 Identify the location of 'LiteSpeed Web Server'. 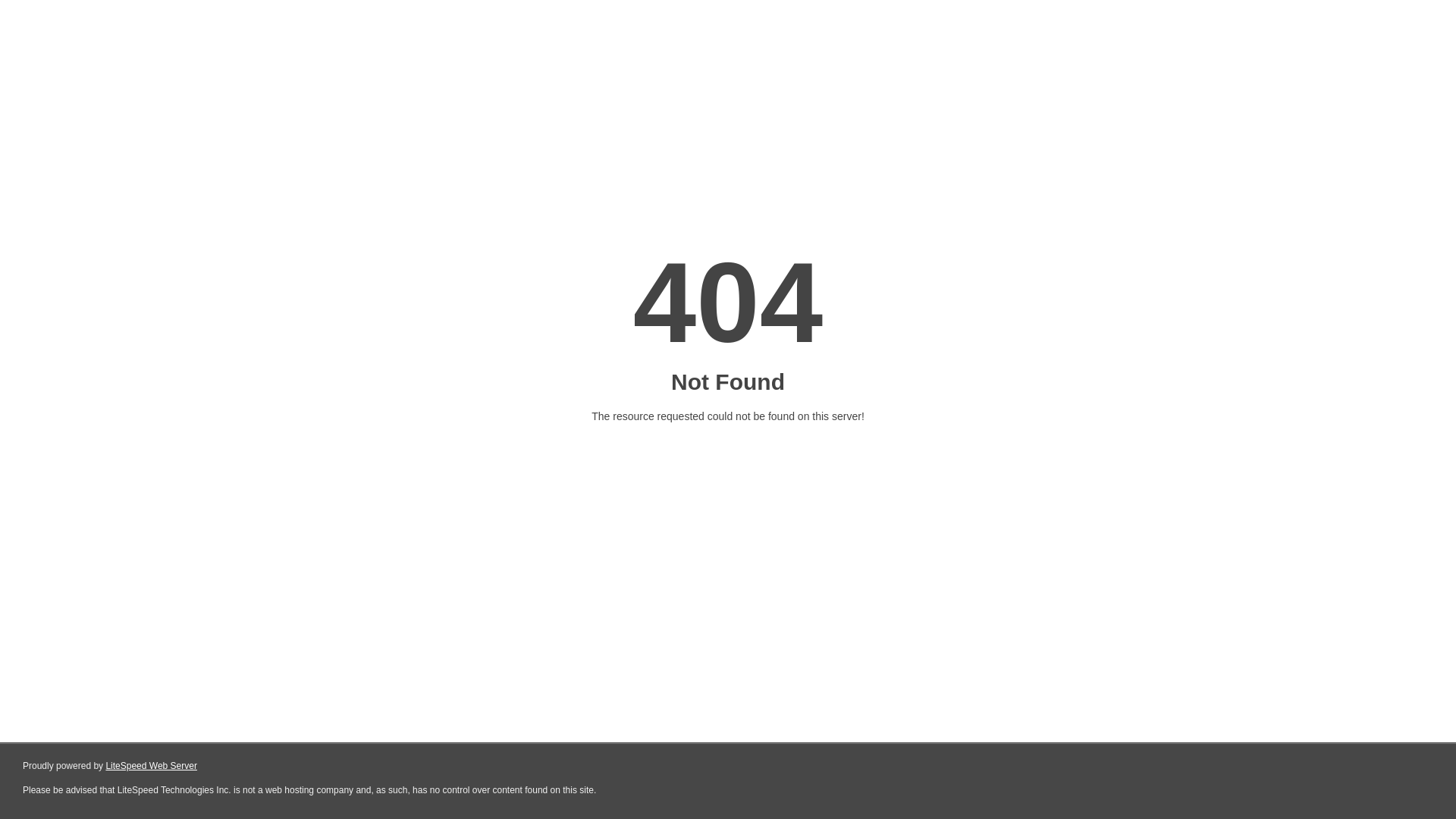
(151, 766).